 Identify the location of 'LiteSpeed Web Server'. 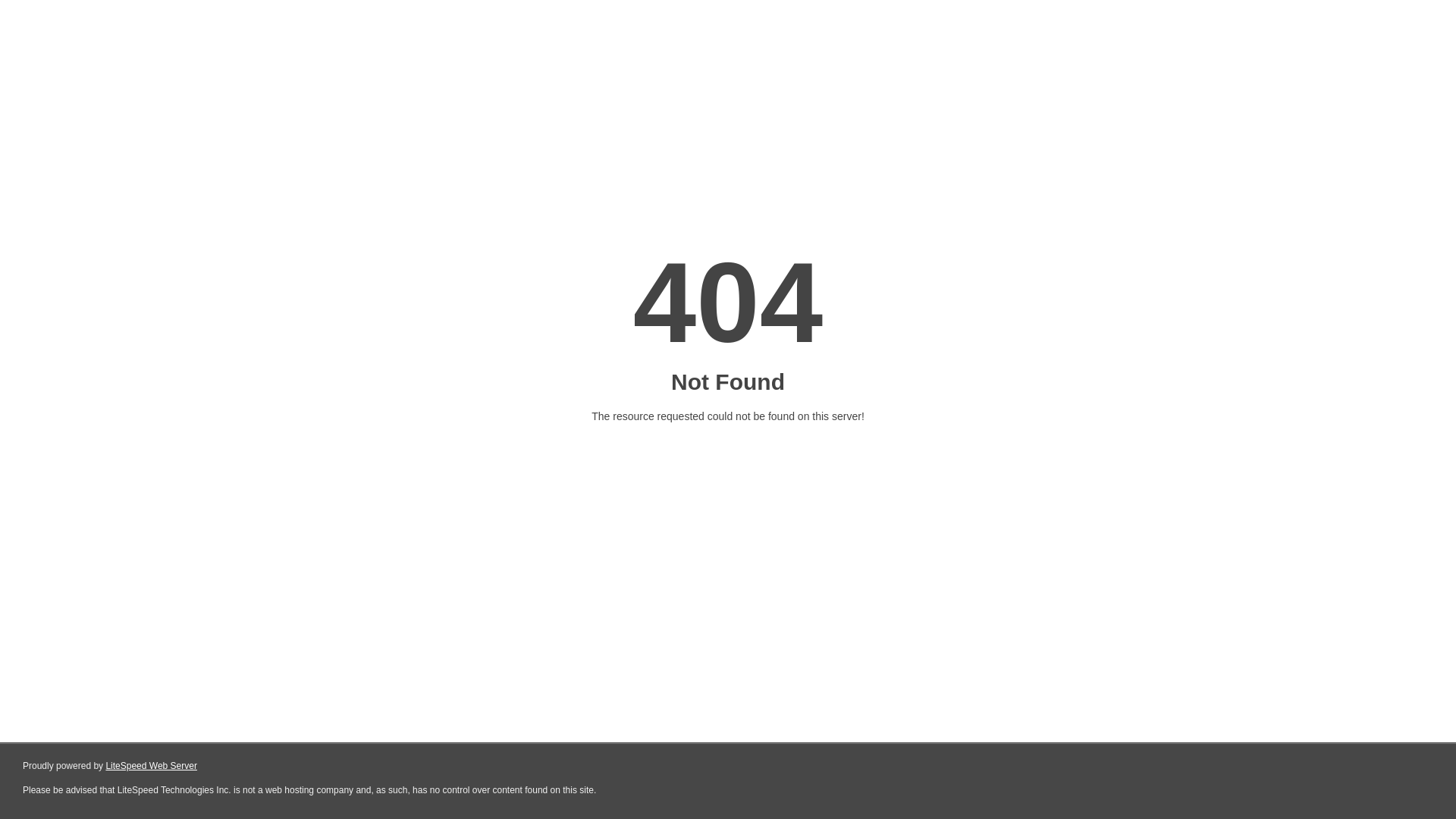
(151, 766).